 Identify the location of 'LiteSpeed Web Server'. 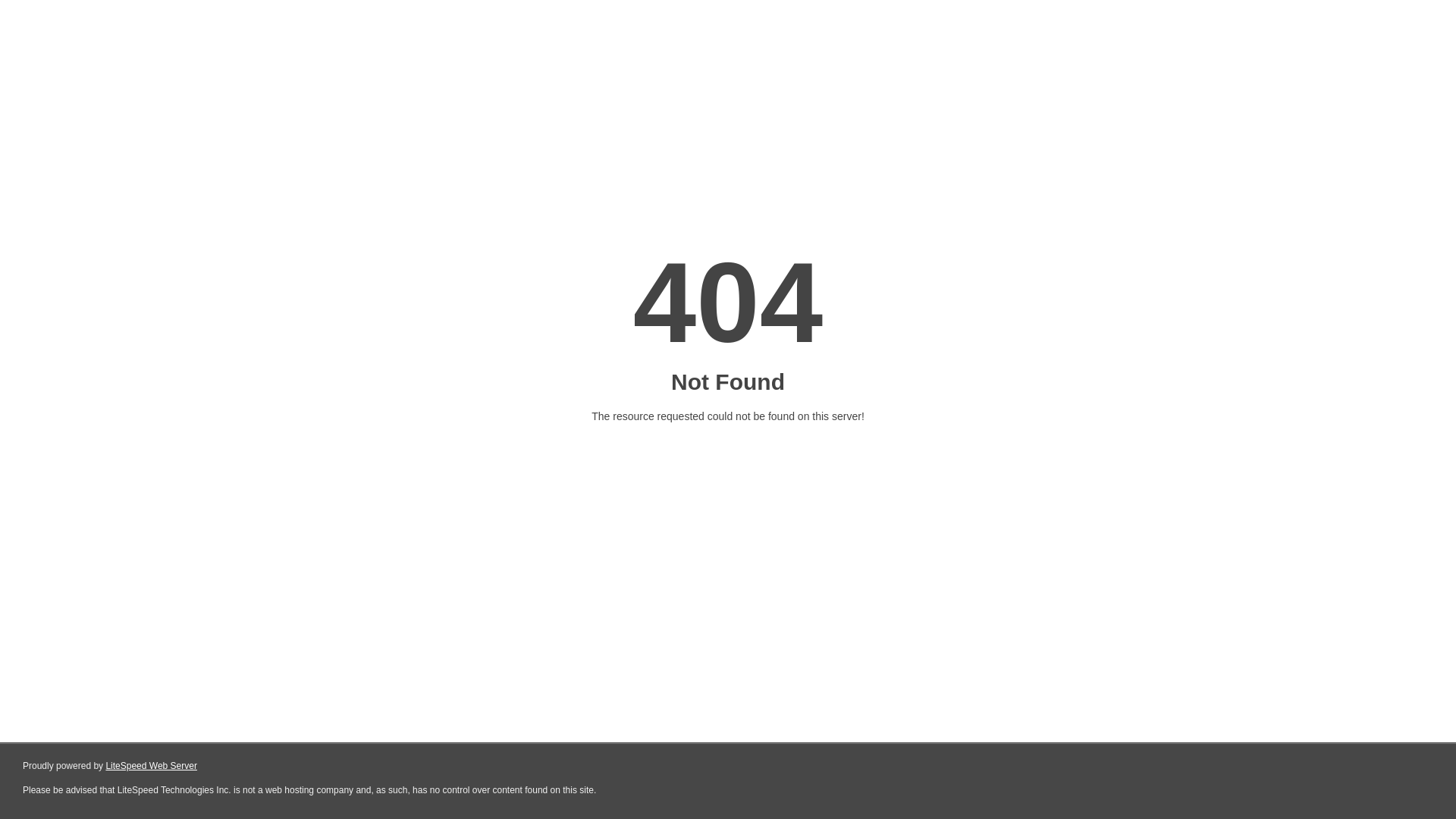
(151, 766).